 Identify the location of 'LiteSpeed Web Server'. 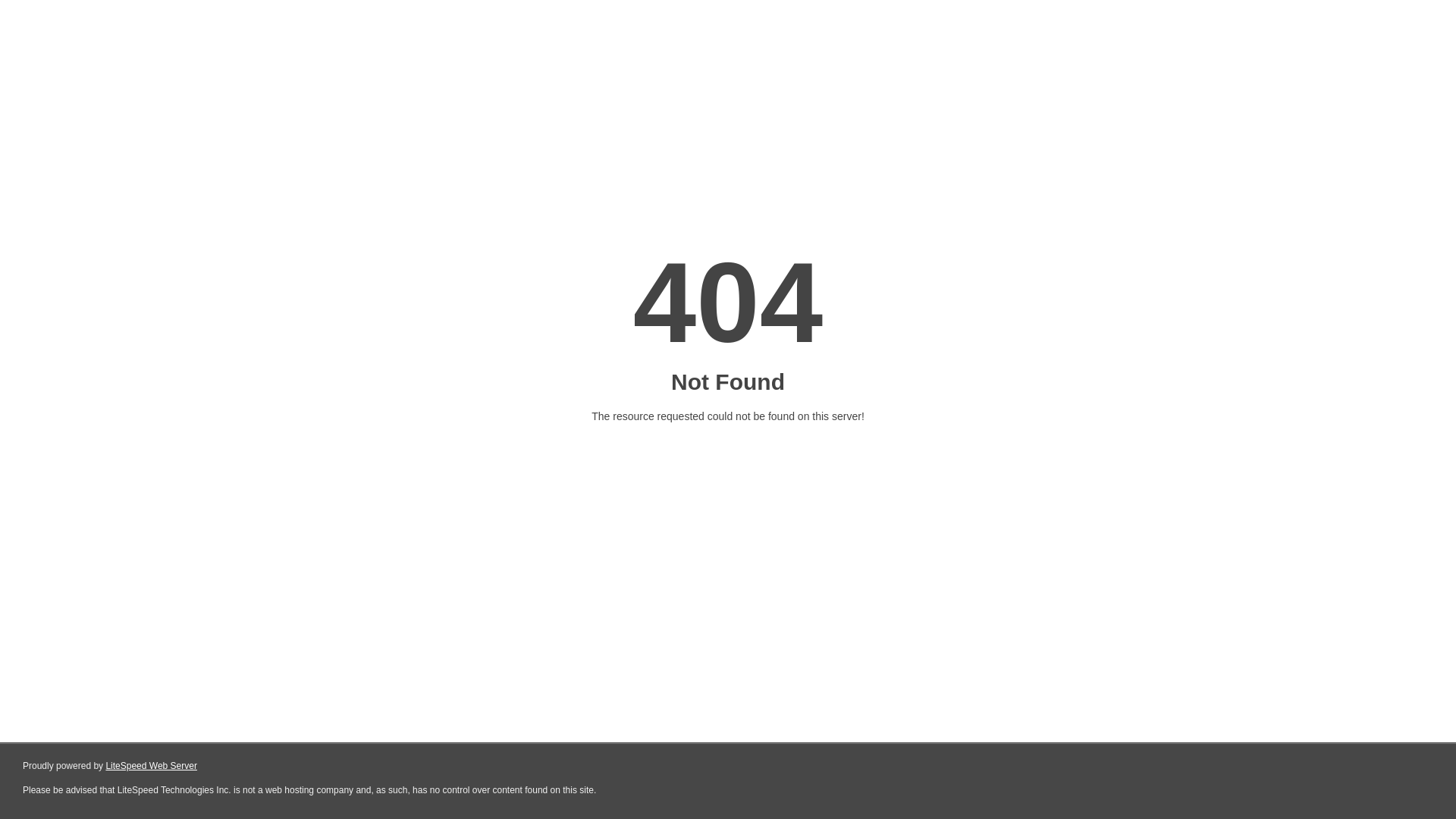
(151, 766).